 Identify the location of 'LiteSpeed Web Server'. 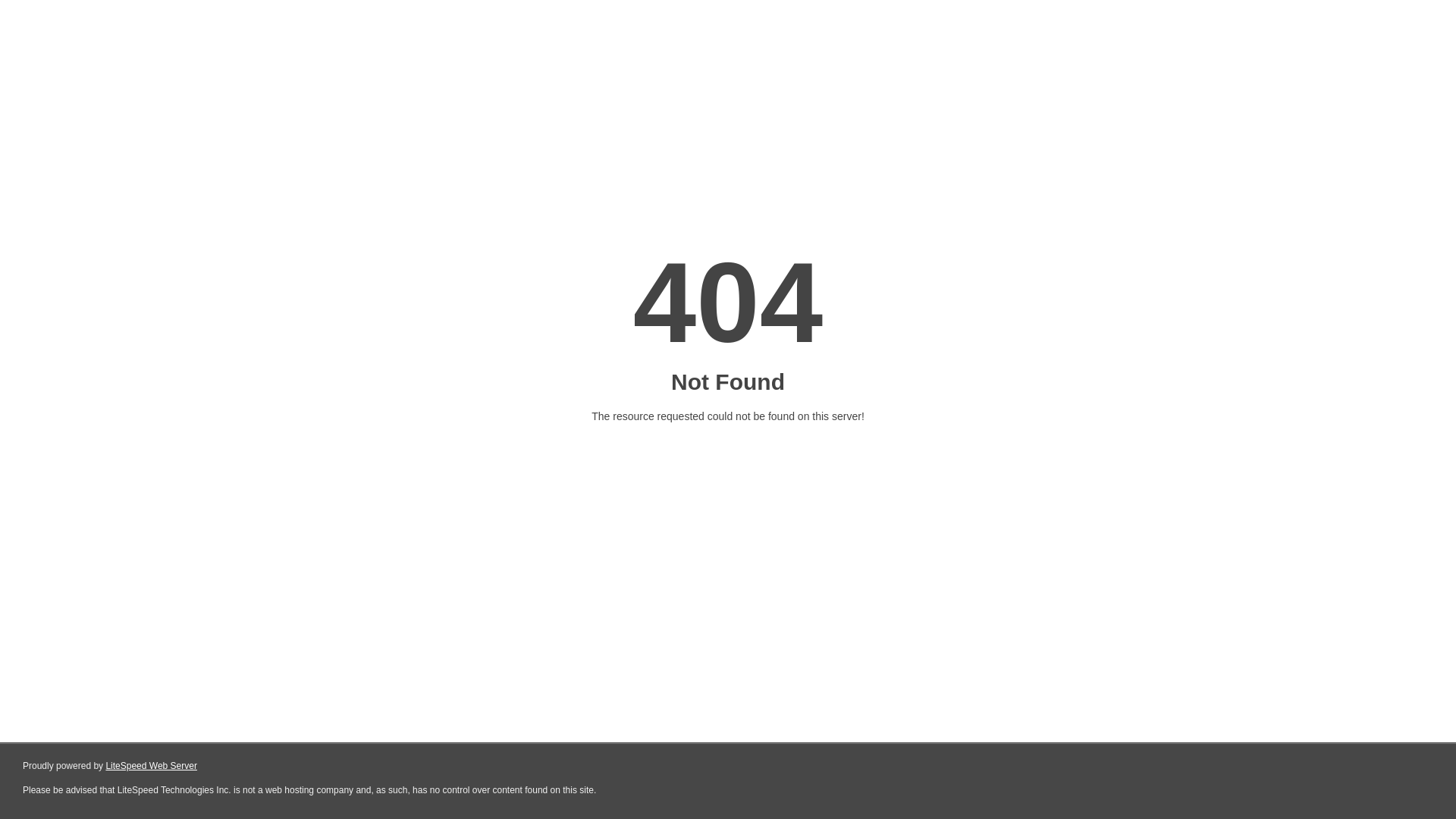
(151, 766).